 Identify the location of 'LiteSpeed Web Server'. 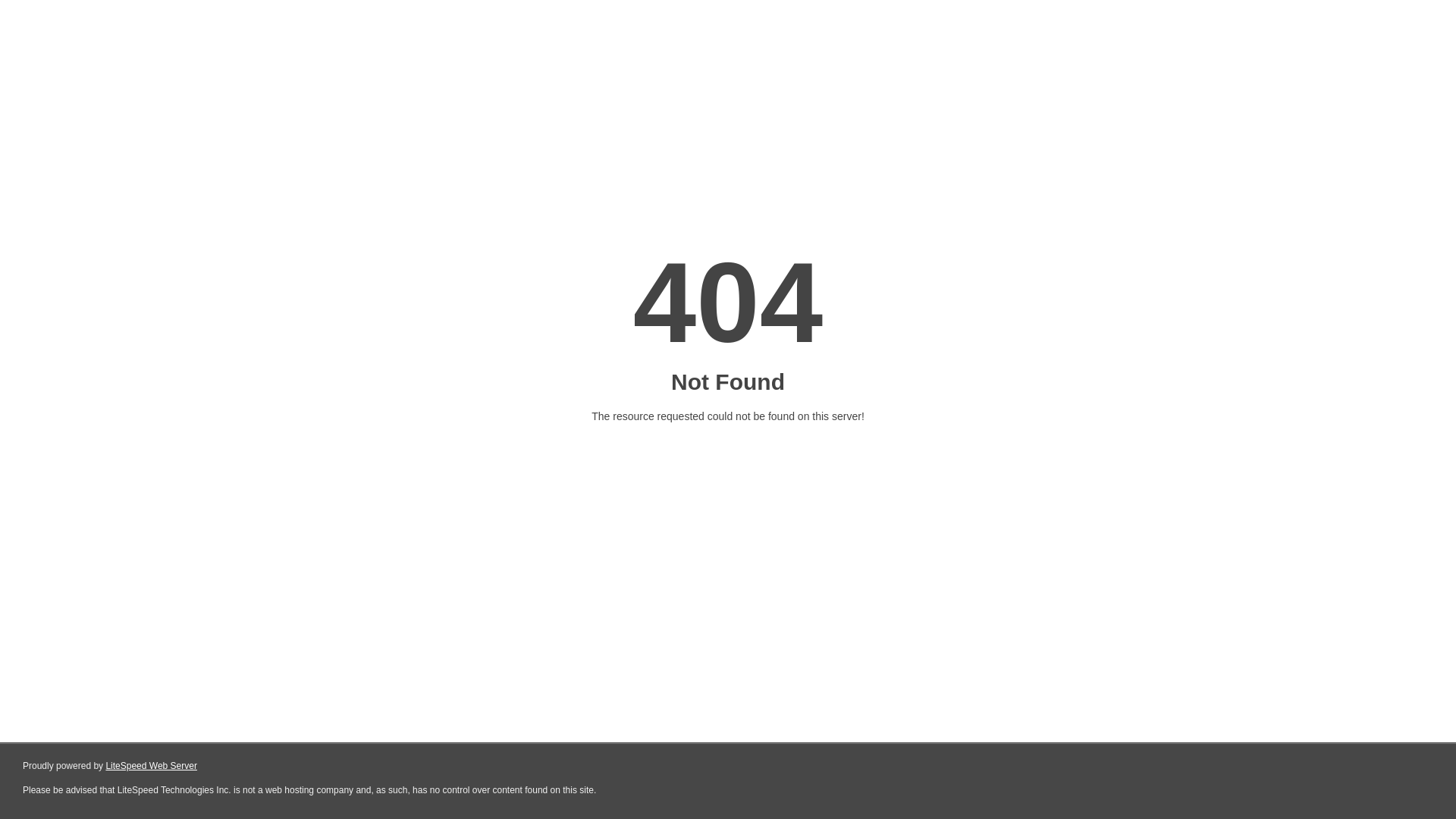
(151, 766).